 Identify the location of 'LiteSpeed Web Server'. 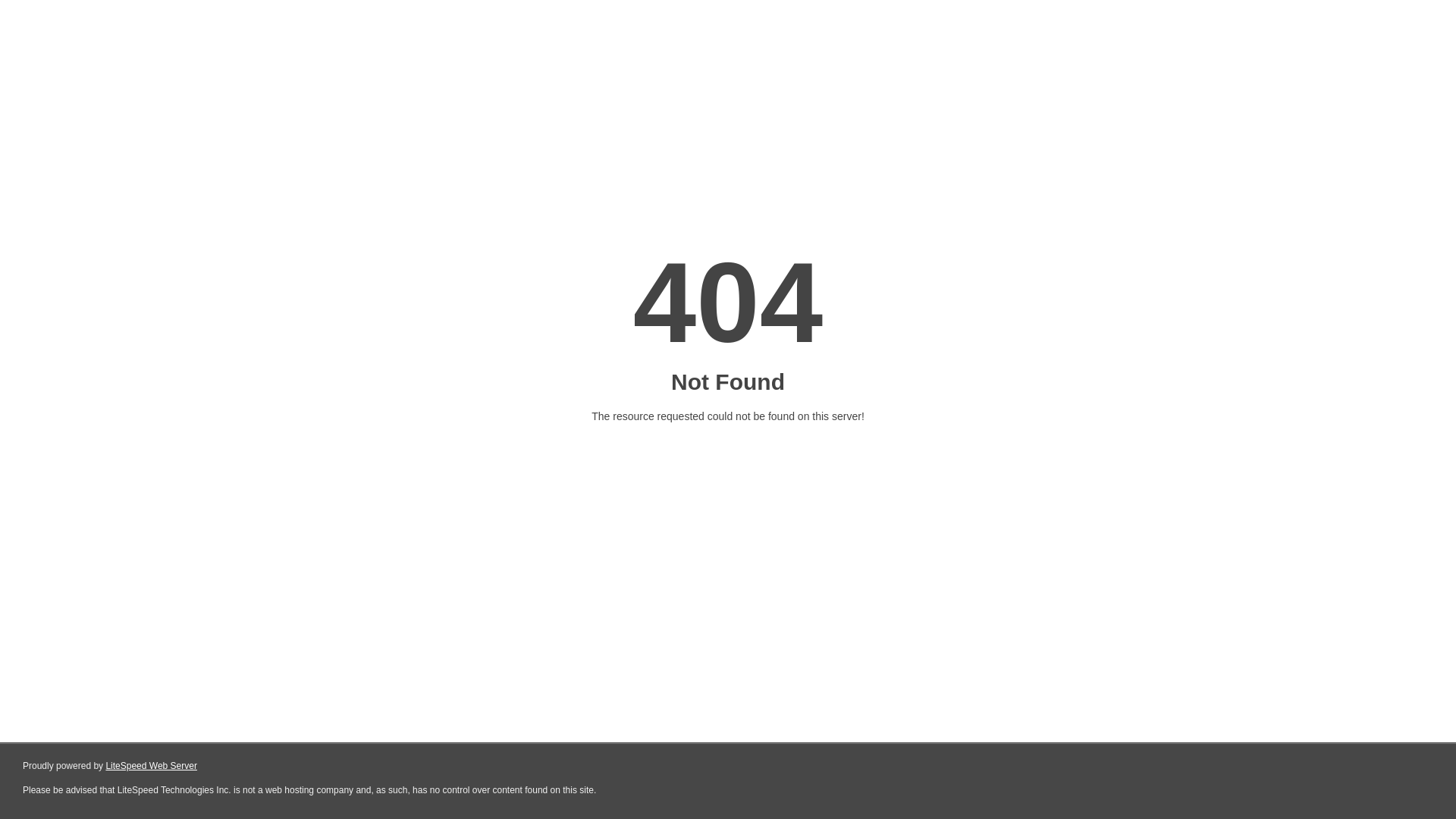
(151, 766).